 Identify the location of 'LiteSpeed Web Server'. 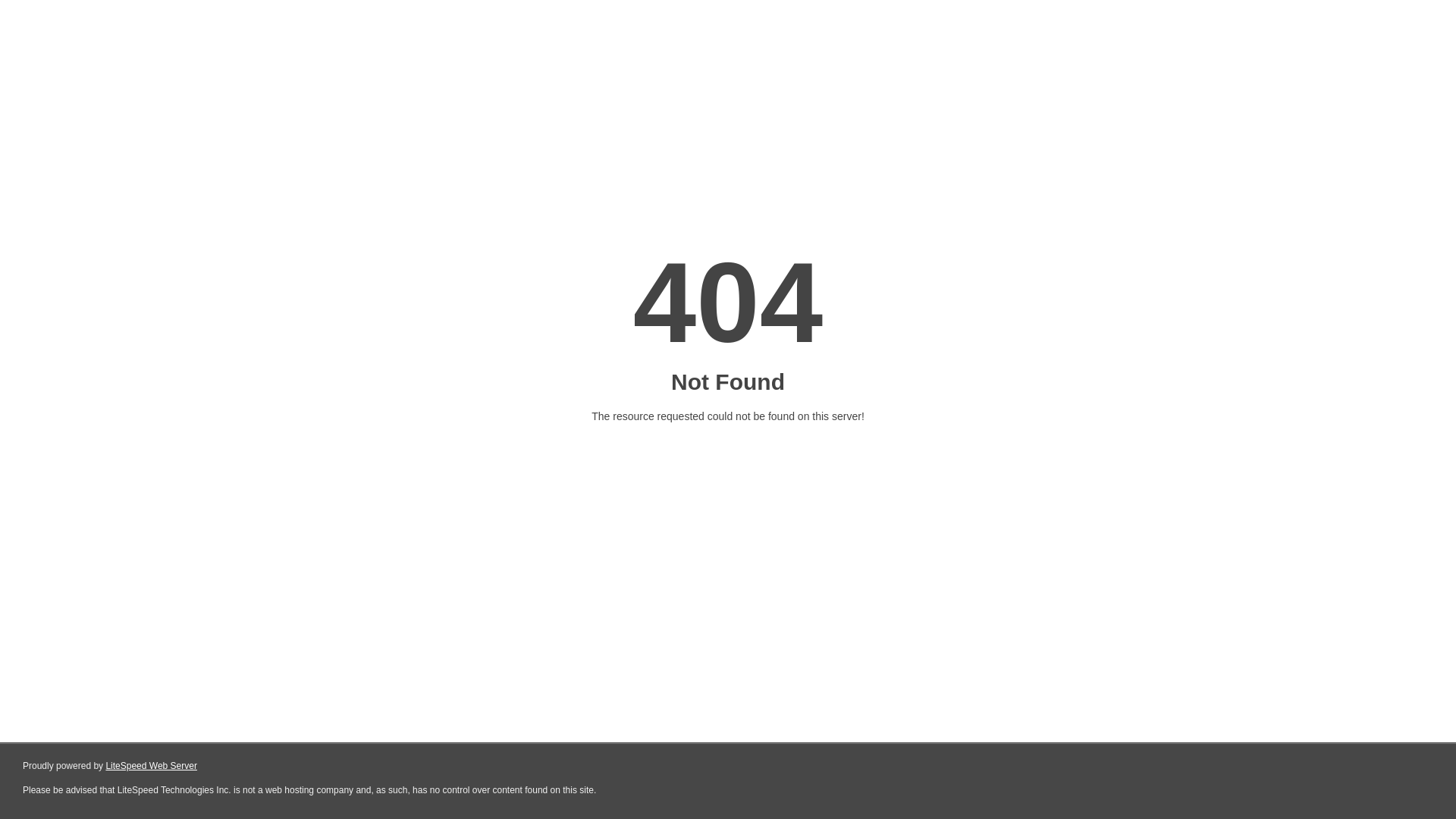
(151, 766).